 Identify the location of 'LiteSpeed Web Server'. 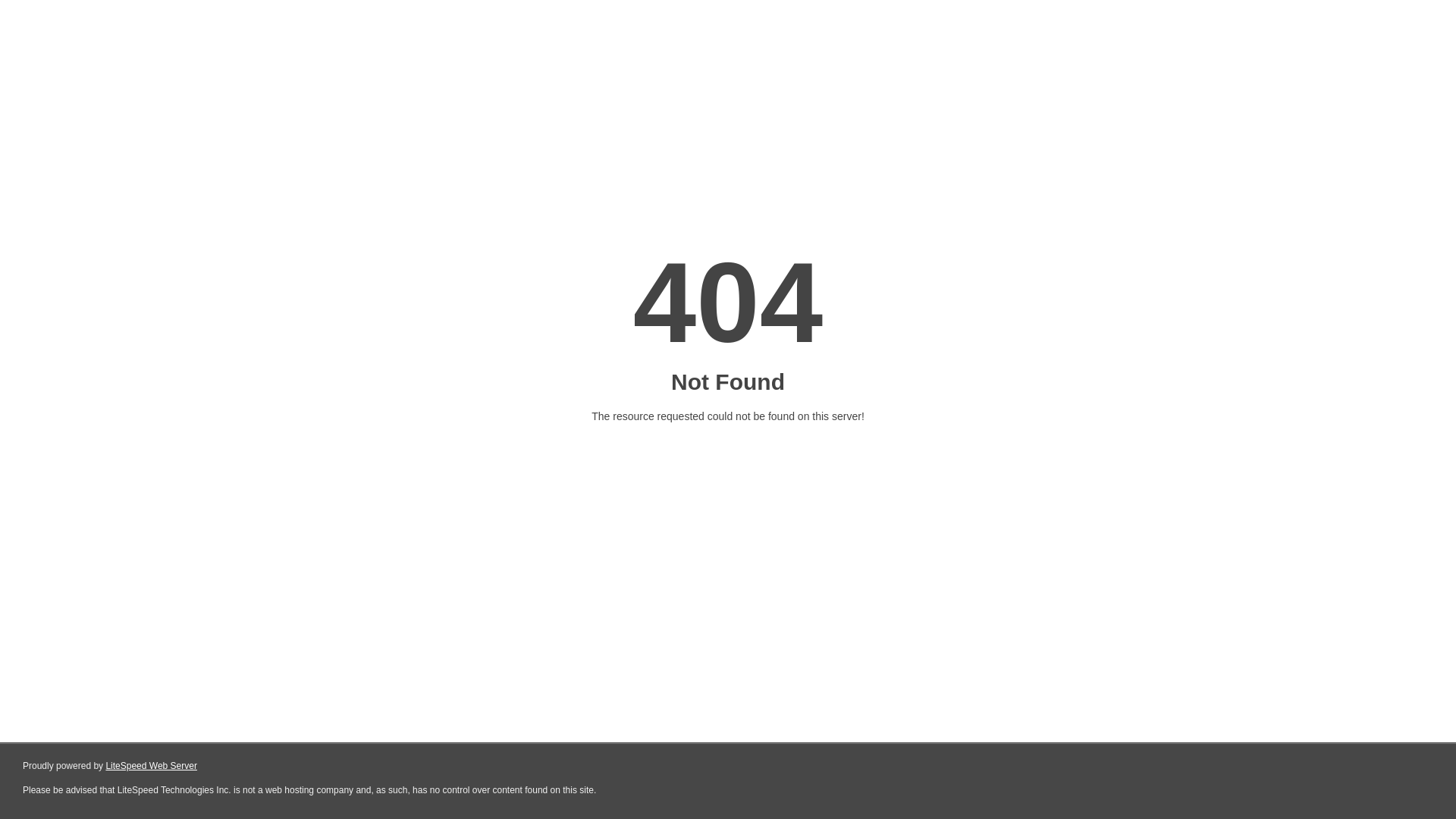
(151, 766).